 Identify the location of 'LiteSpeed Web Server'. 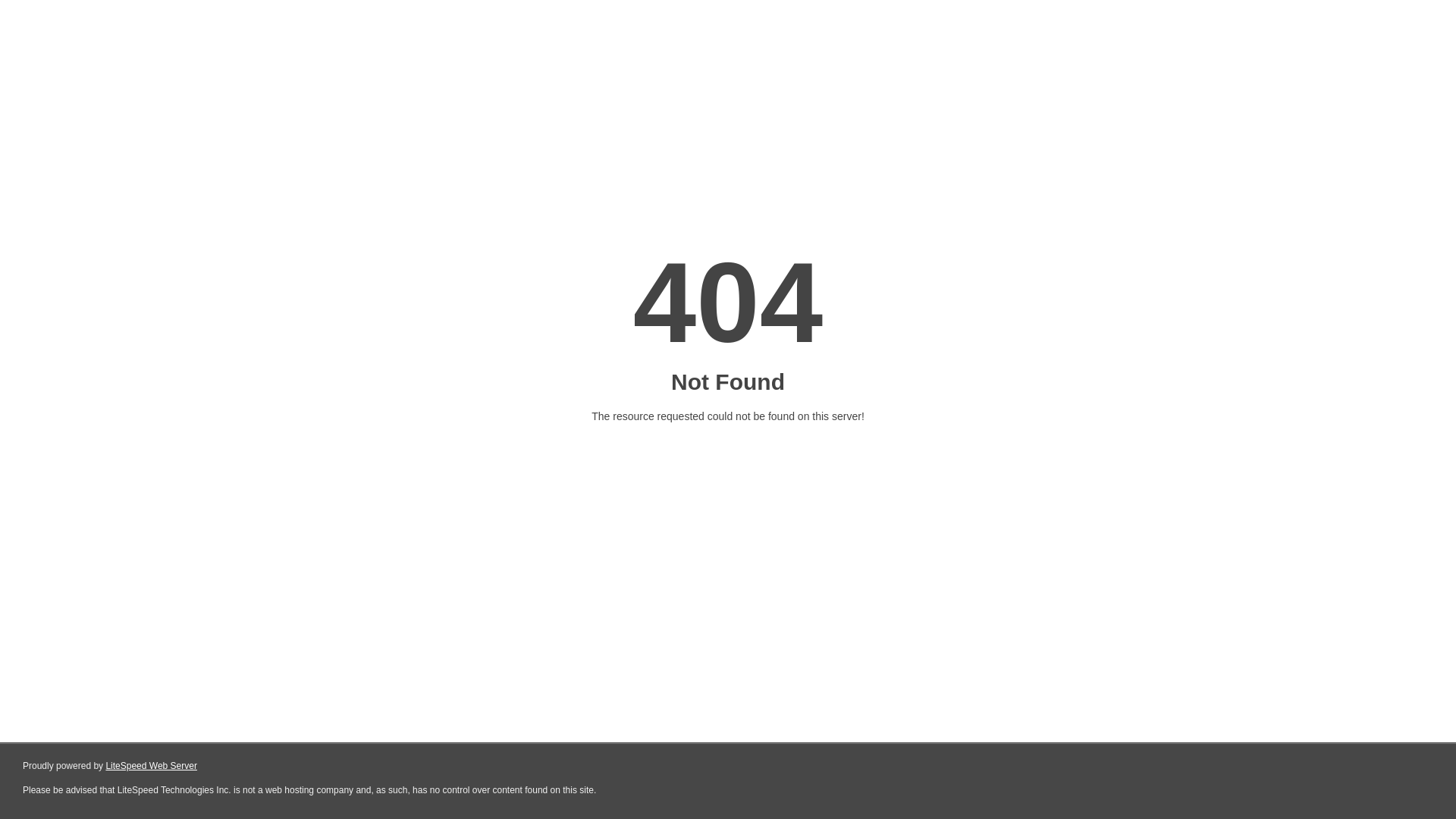
(151, 766).